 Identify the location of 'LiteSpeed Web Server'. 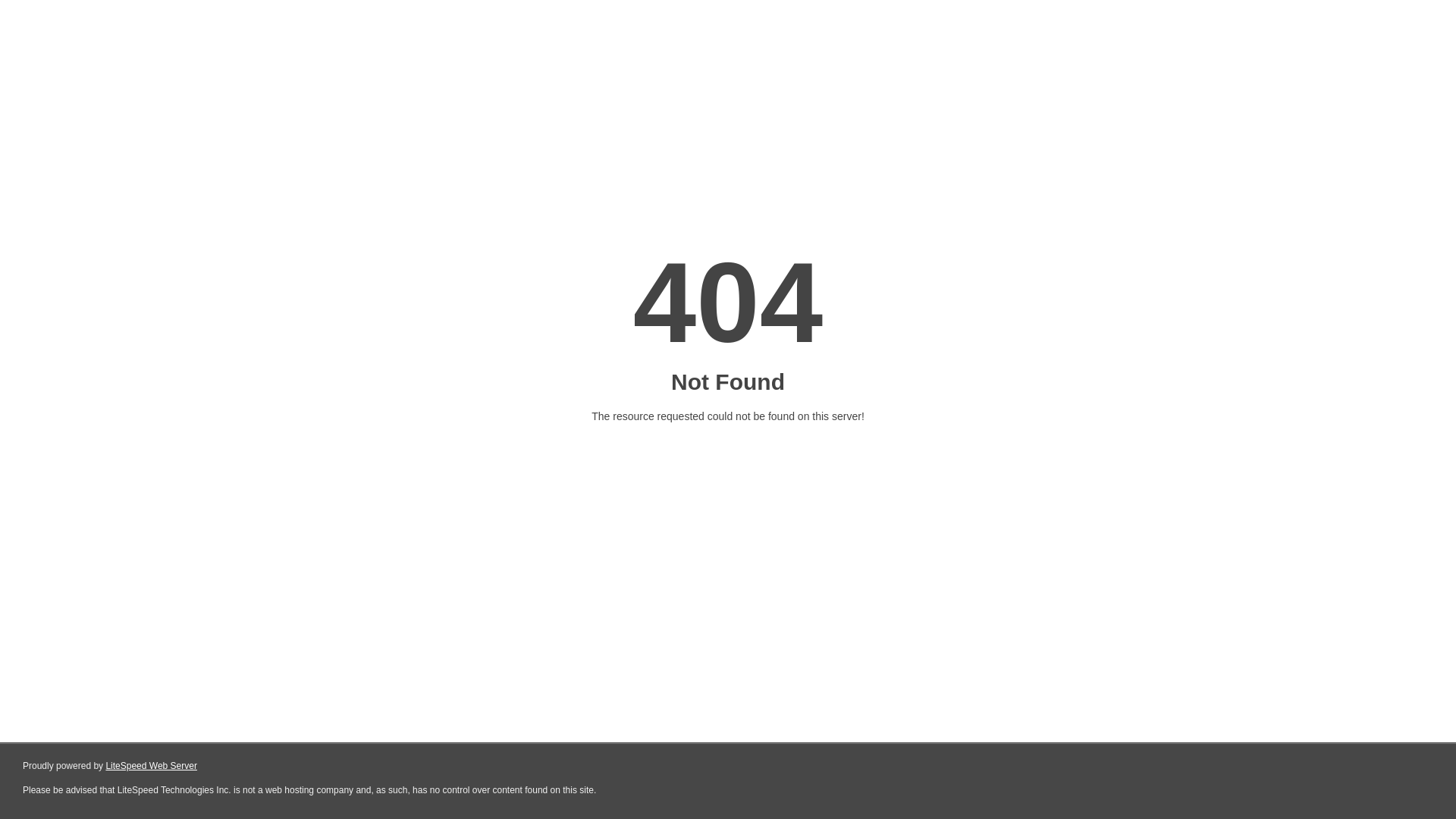
(151, 766).